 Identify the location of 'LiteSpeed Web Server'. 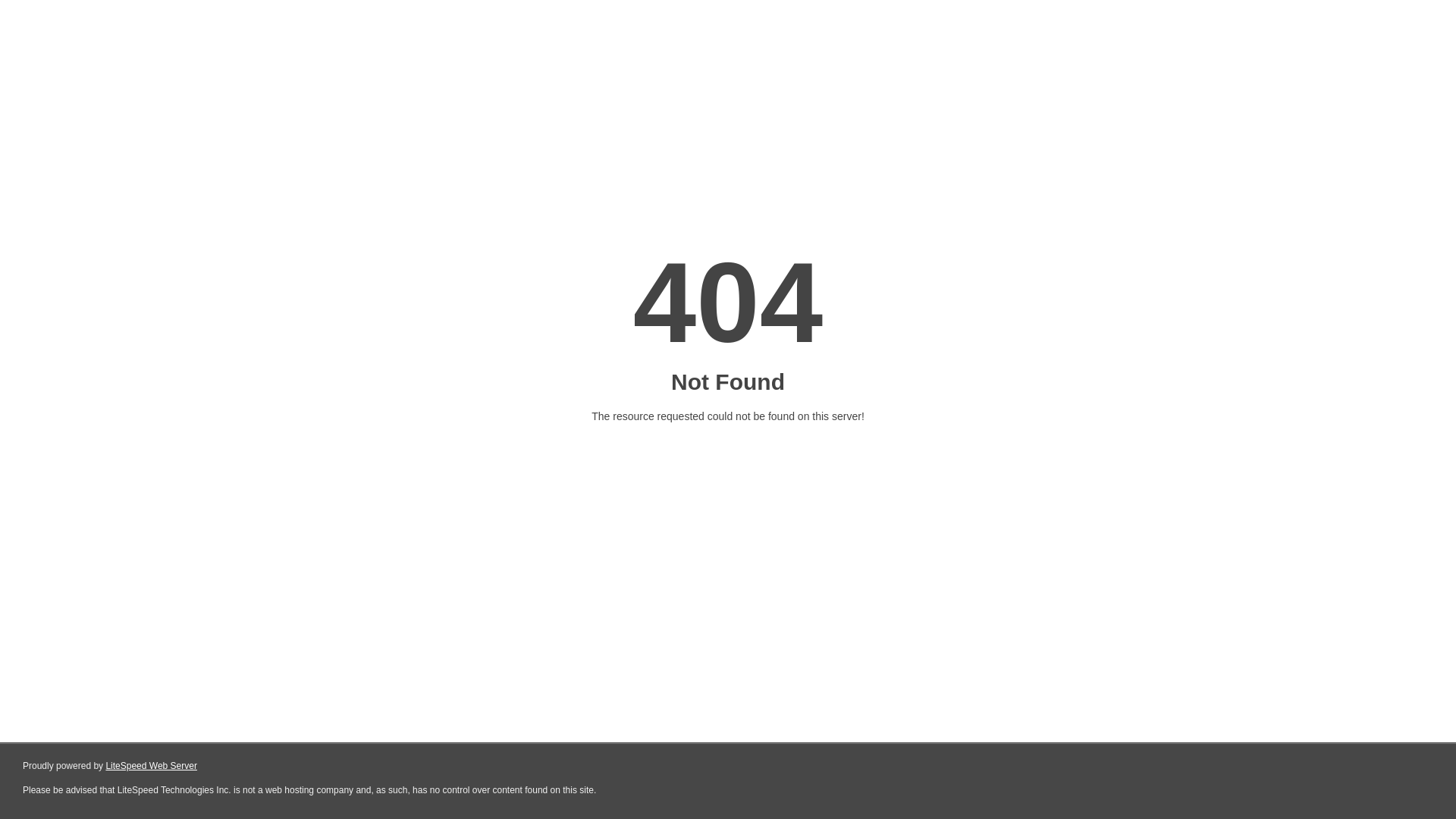
(151, 766).